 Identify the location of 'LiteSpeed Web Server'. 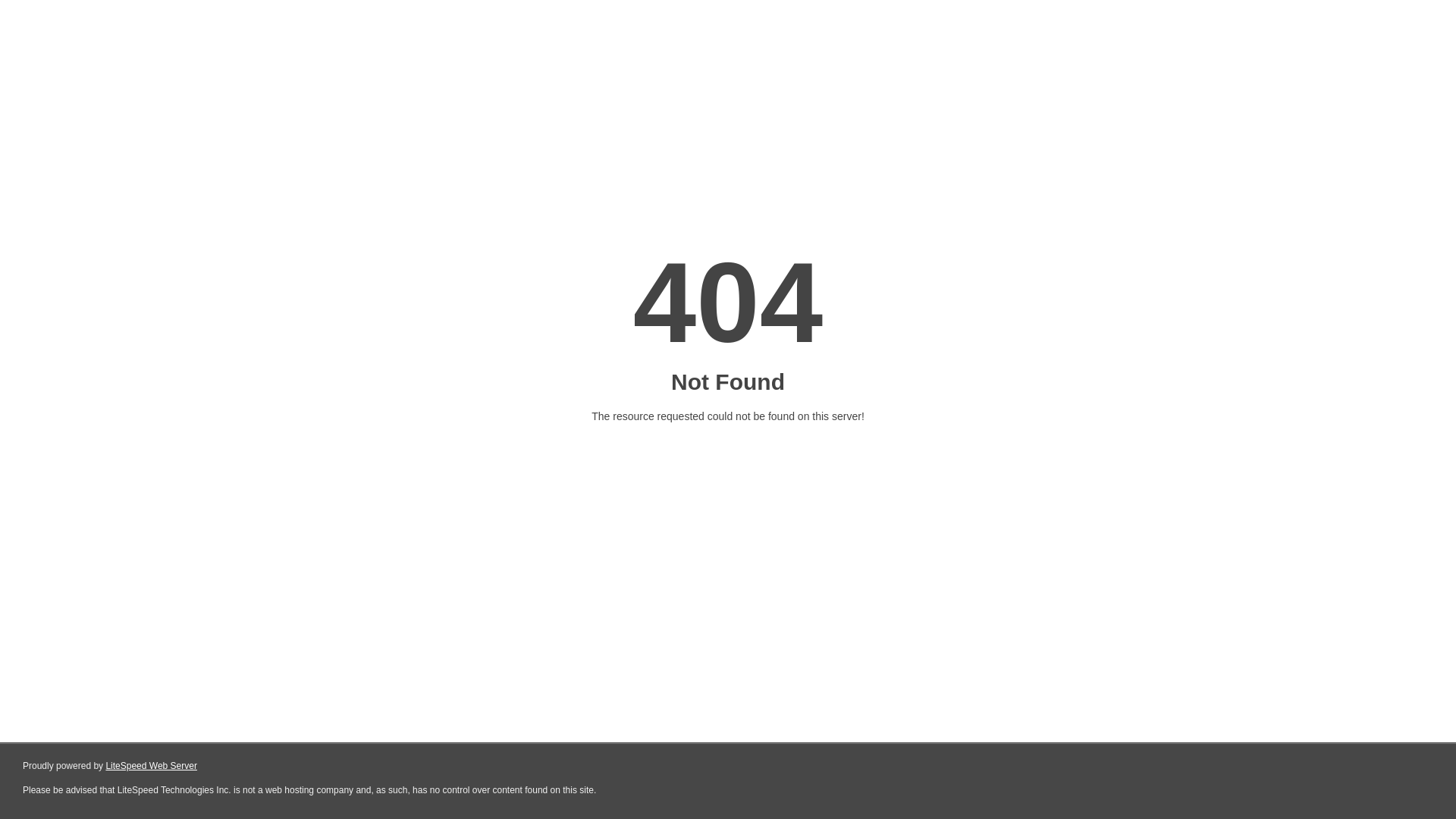
(151, 766).